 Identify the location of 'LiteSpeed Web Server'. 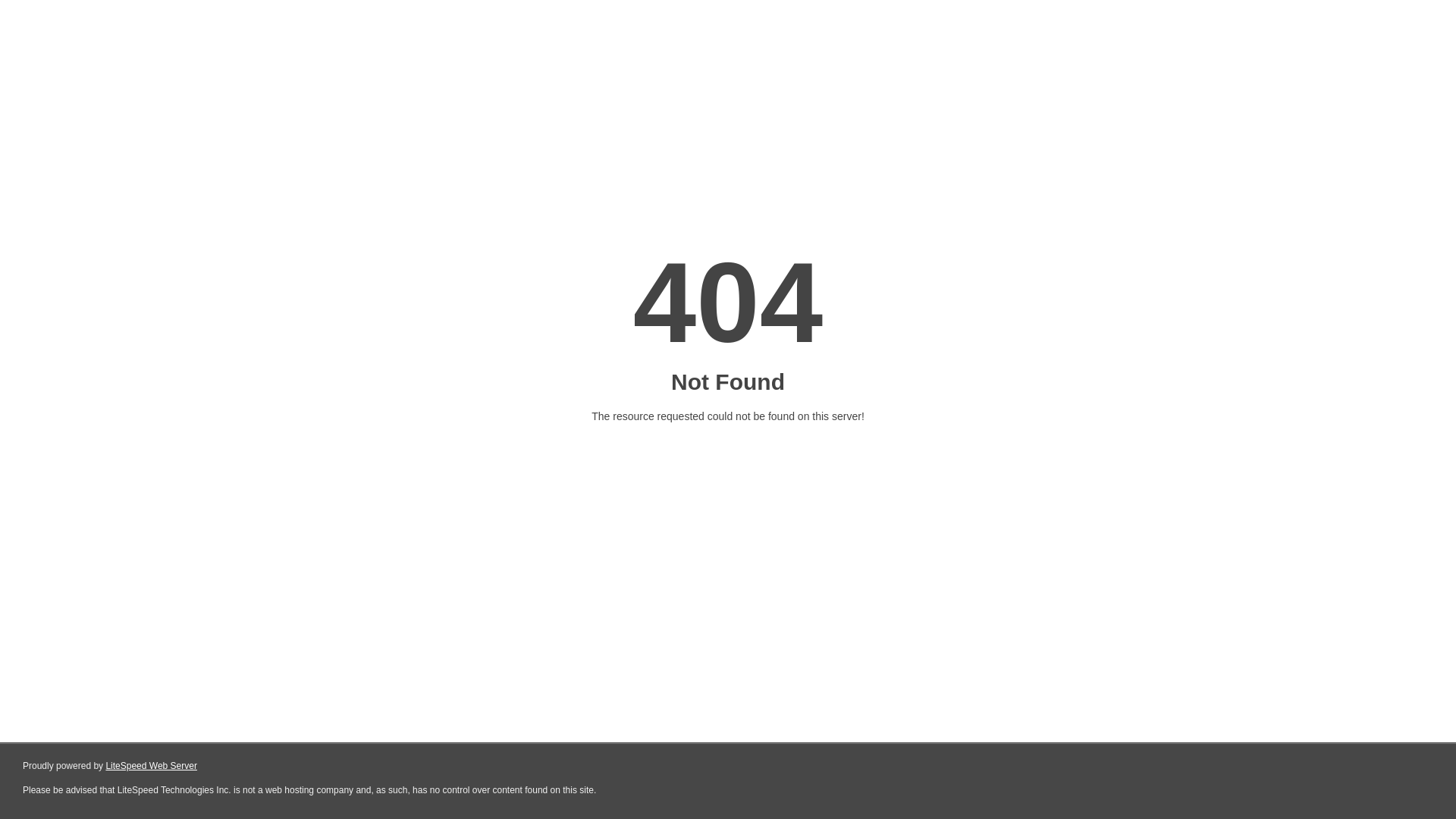
(151, 766).